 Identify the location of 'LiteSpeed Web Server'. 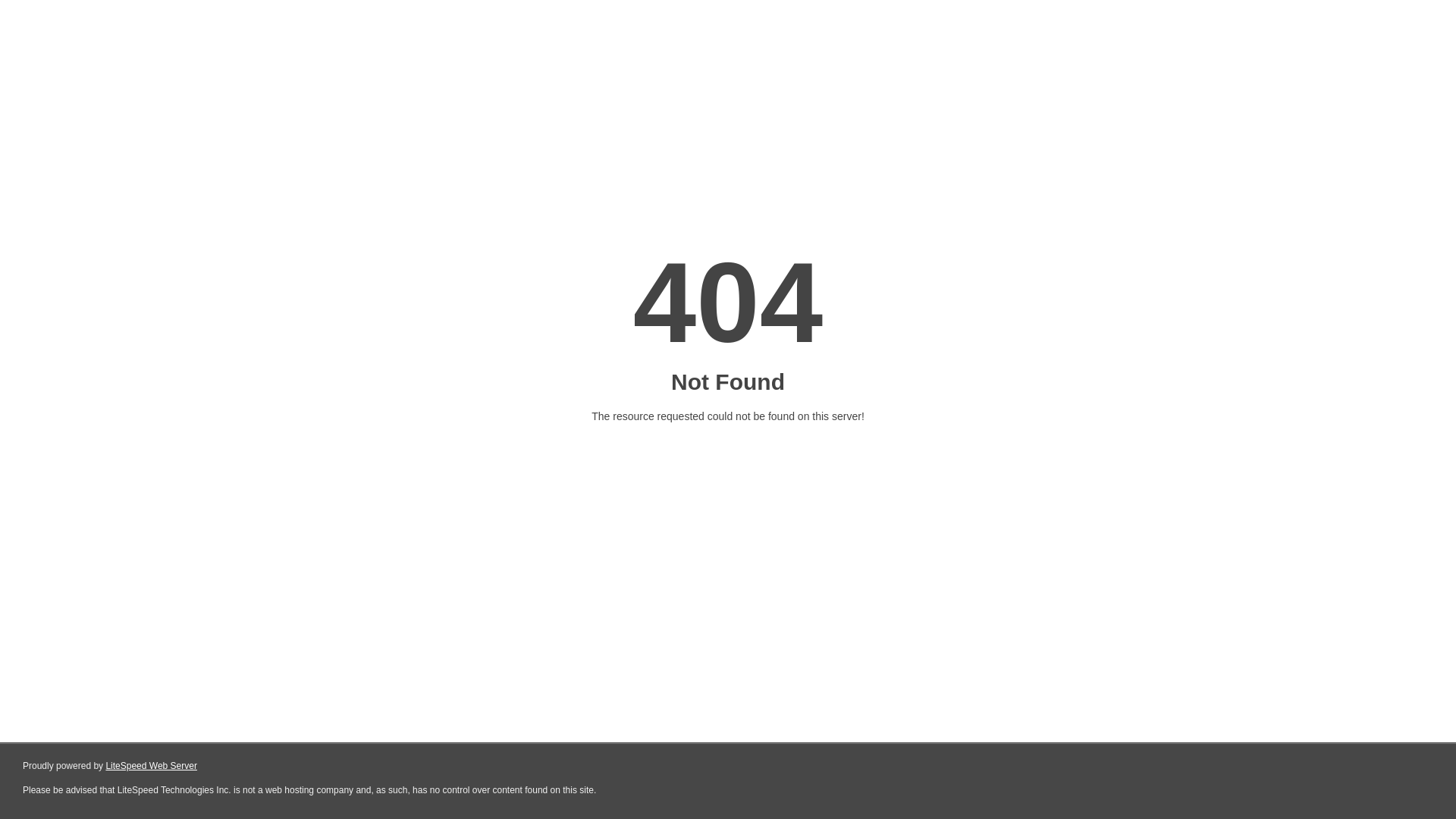
(151, 766).